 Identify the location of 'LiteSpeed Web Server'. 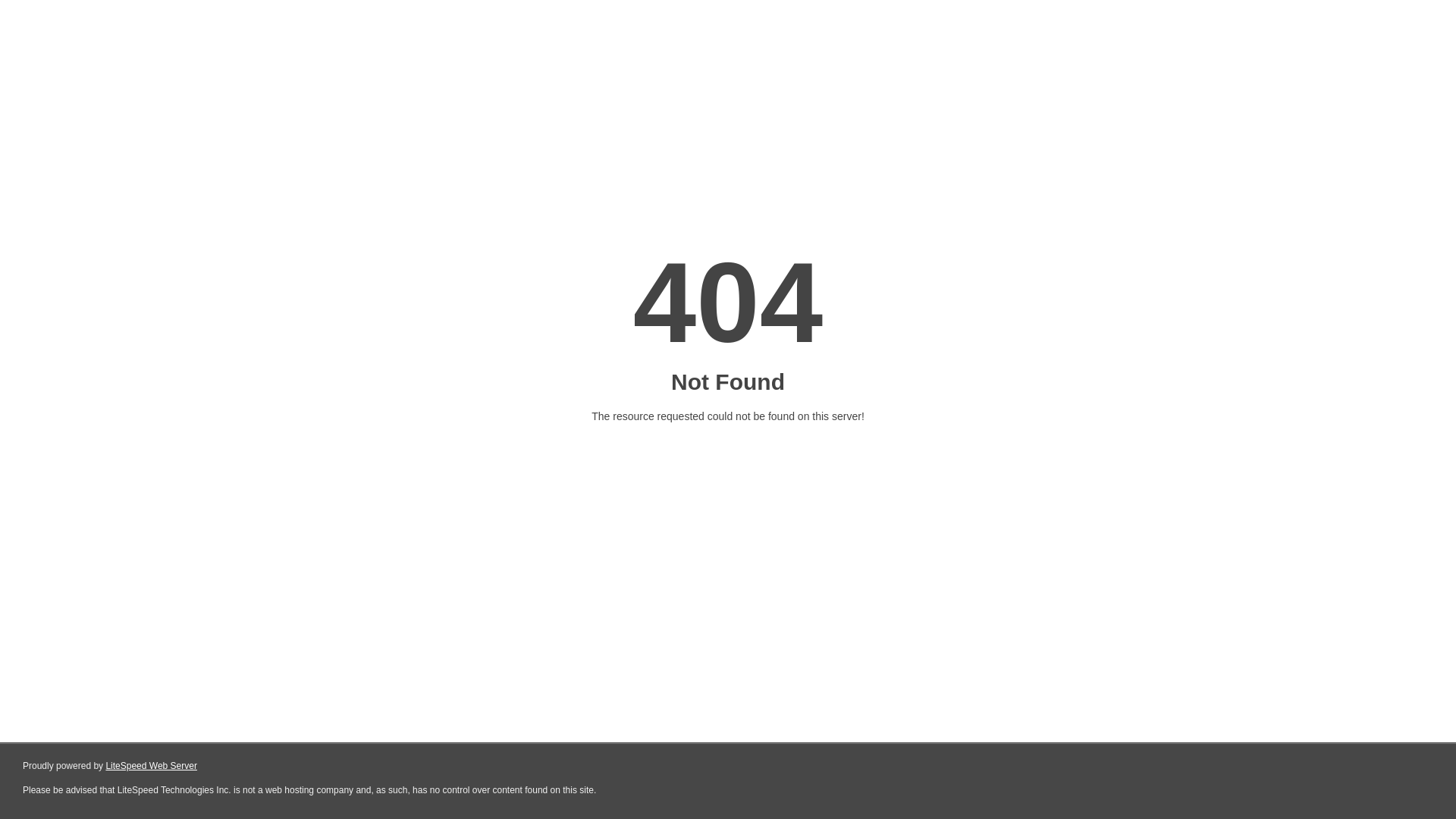
(151, 766).